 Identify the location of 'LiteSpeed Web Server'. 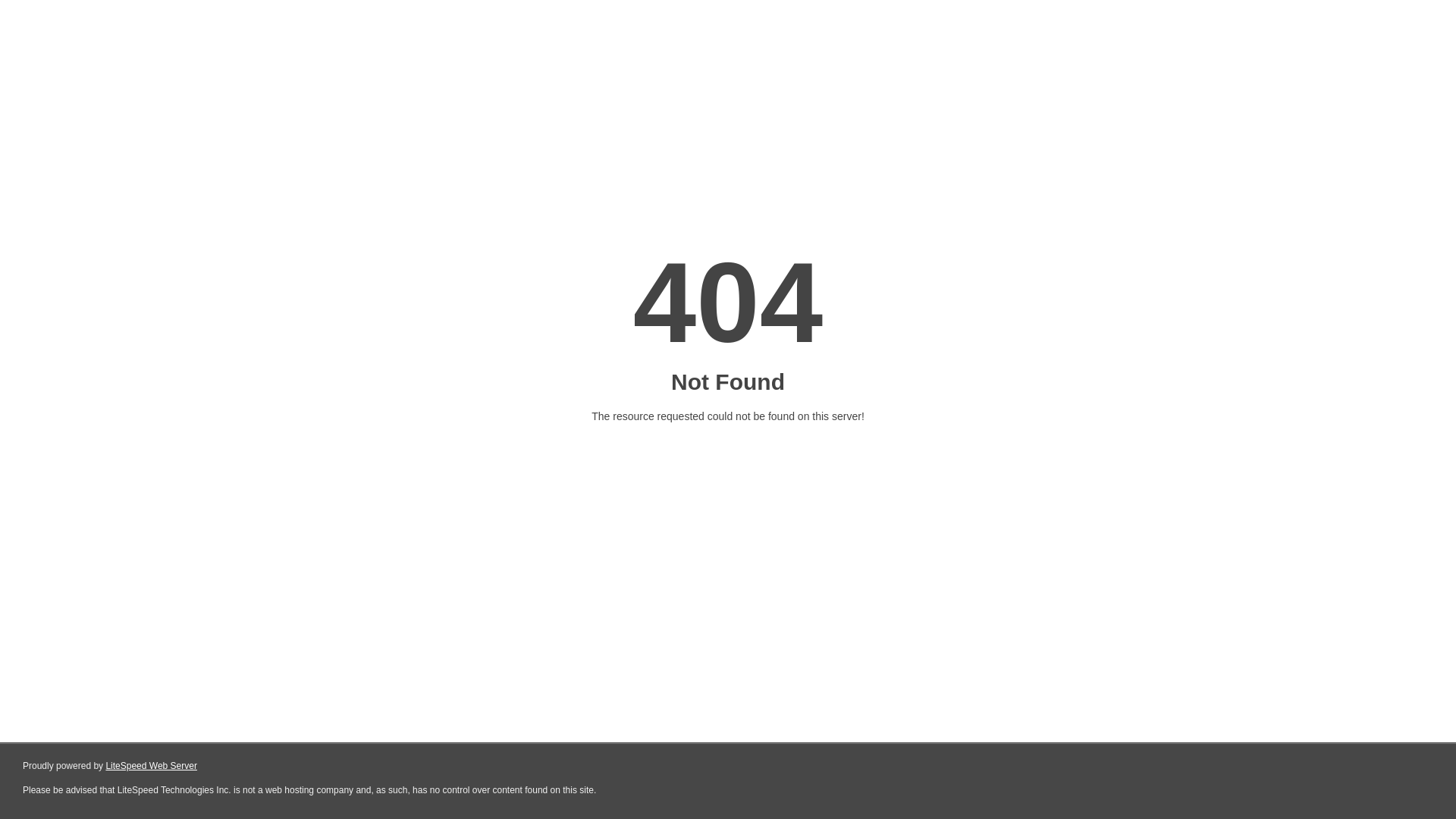
(151, 766).